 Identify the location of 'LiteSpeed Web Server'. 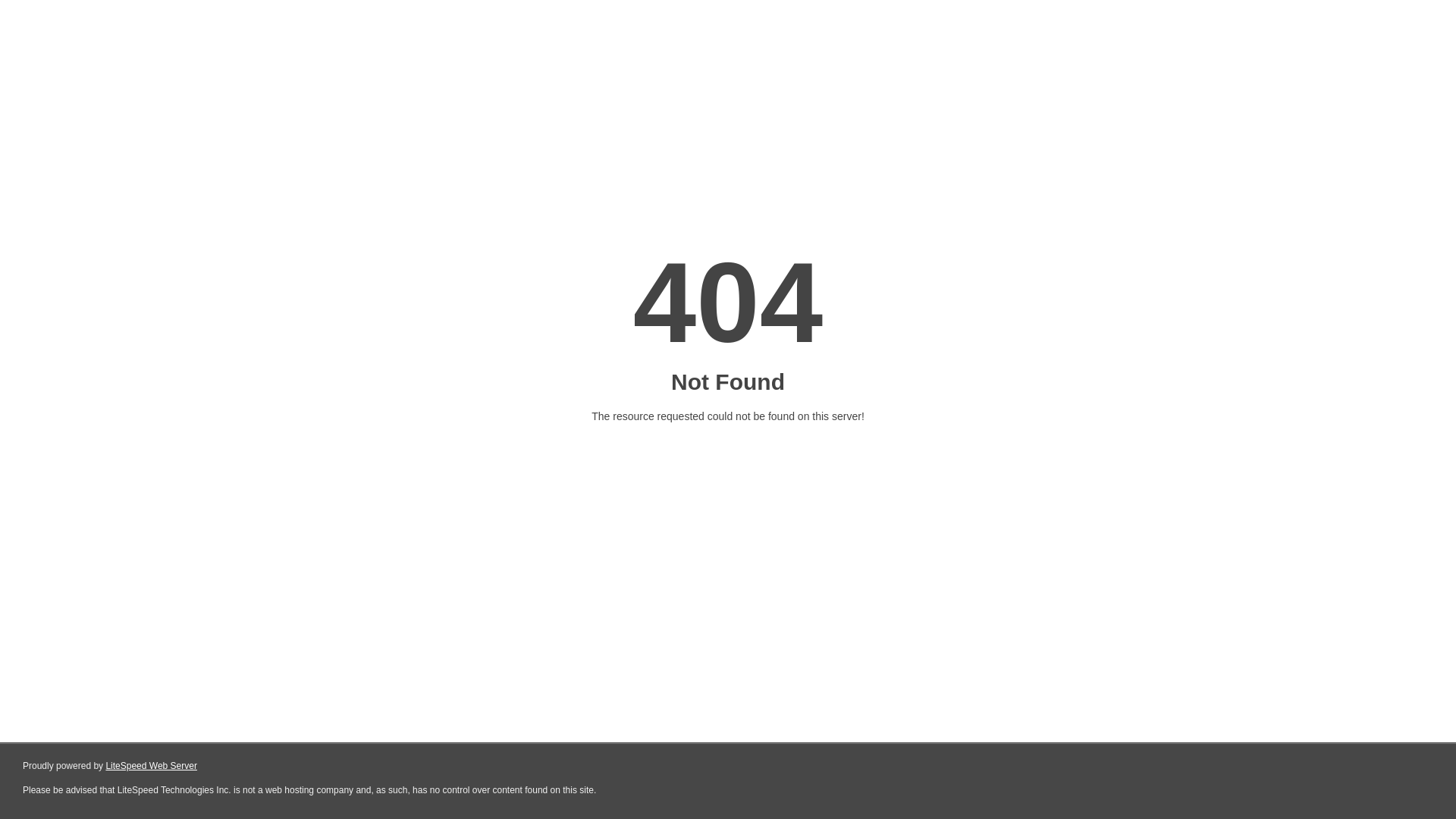
(151, 766).